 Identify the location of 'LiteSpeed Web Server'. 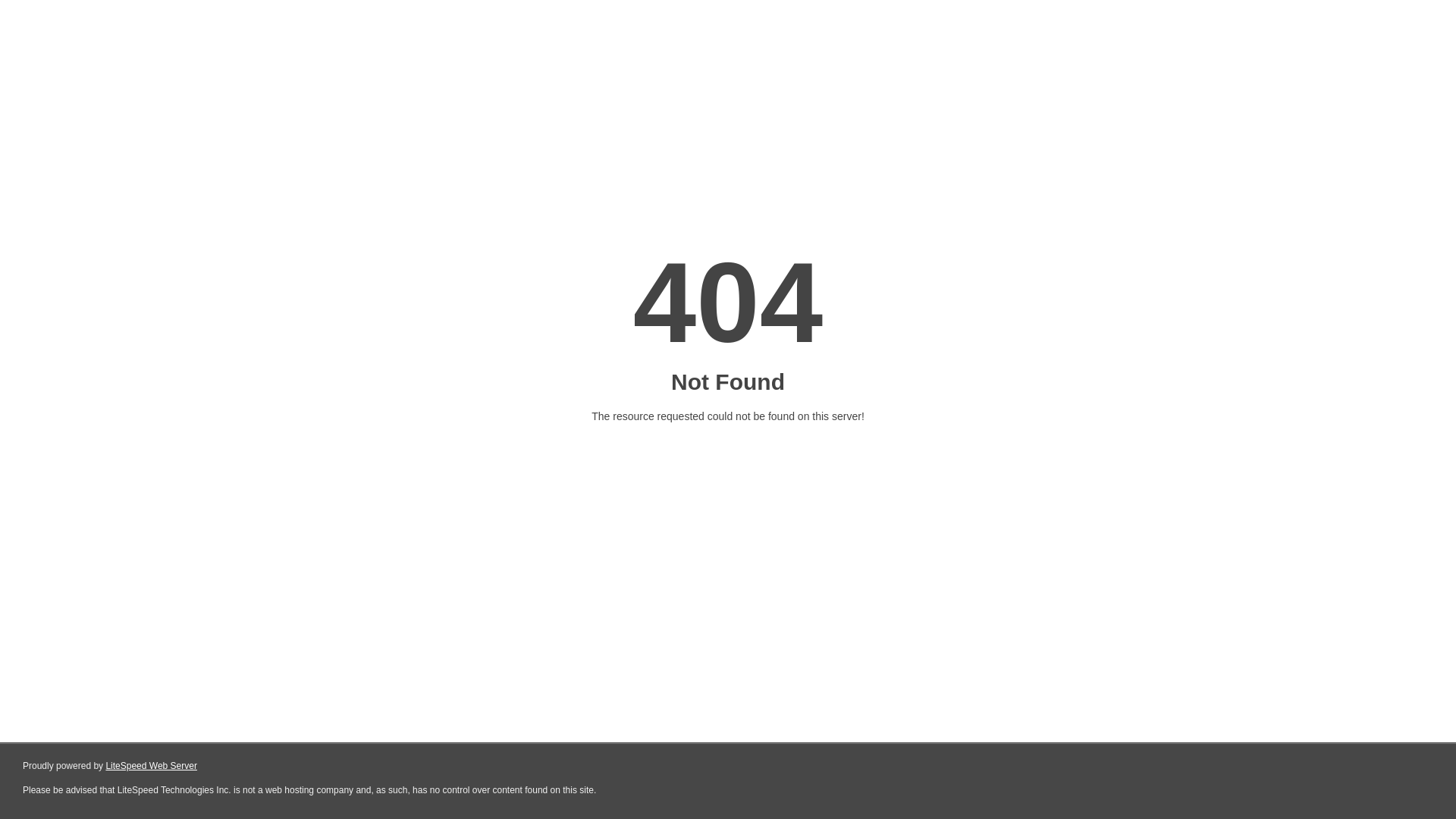
(151, 766).